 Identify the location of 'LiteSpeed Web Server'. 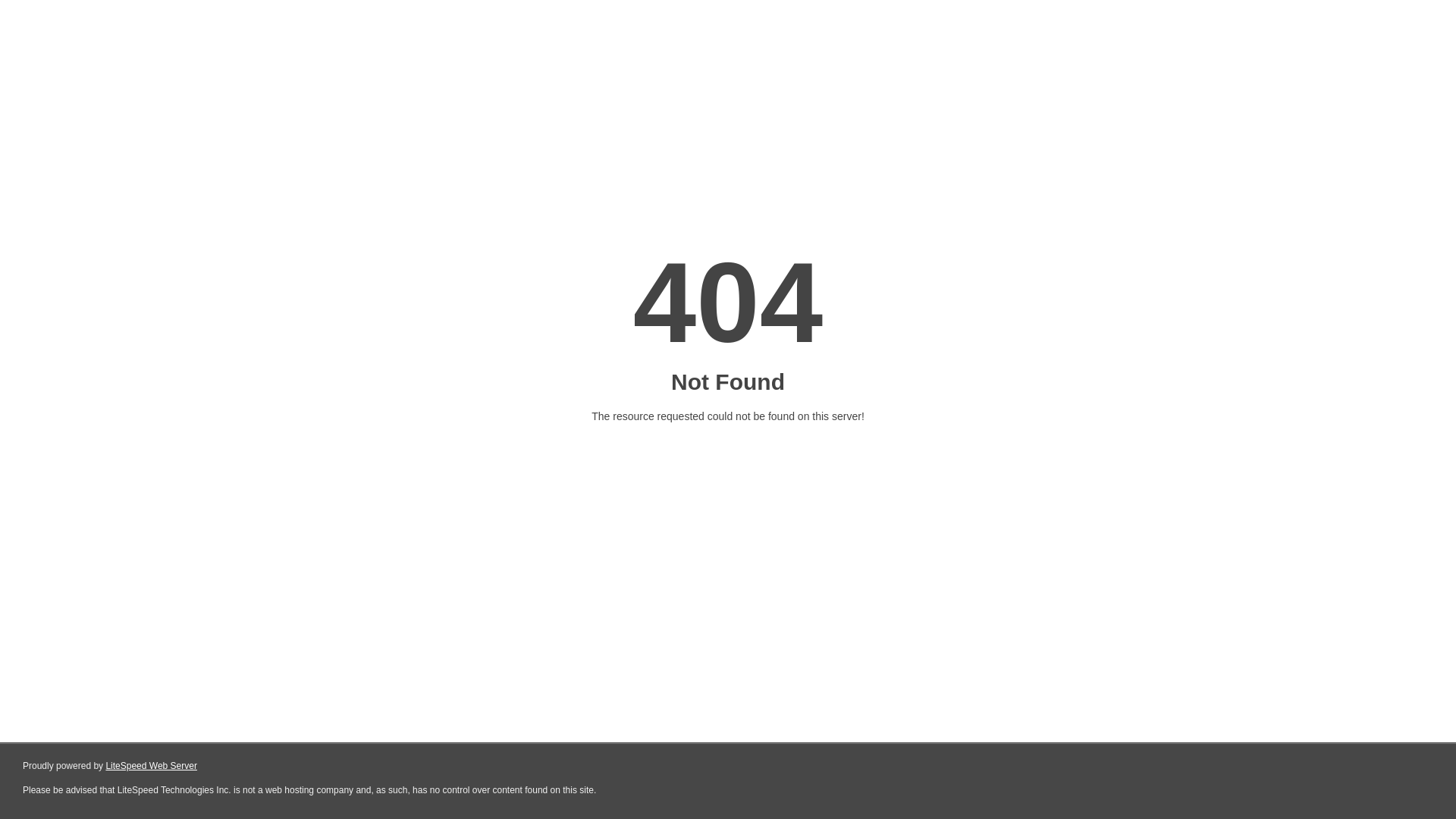
(151, 766).